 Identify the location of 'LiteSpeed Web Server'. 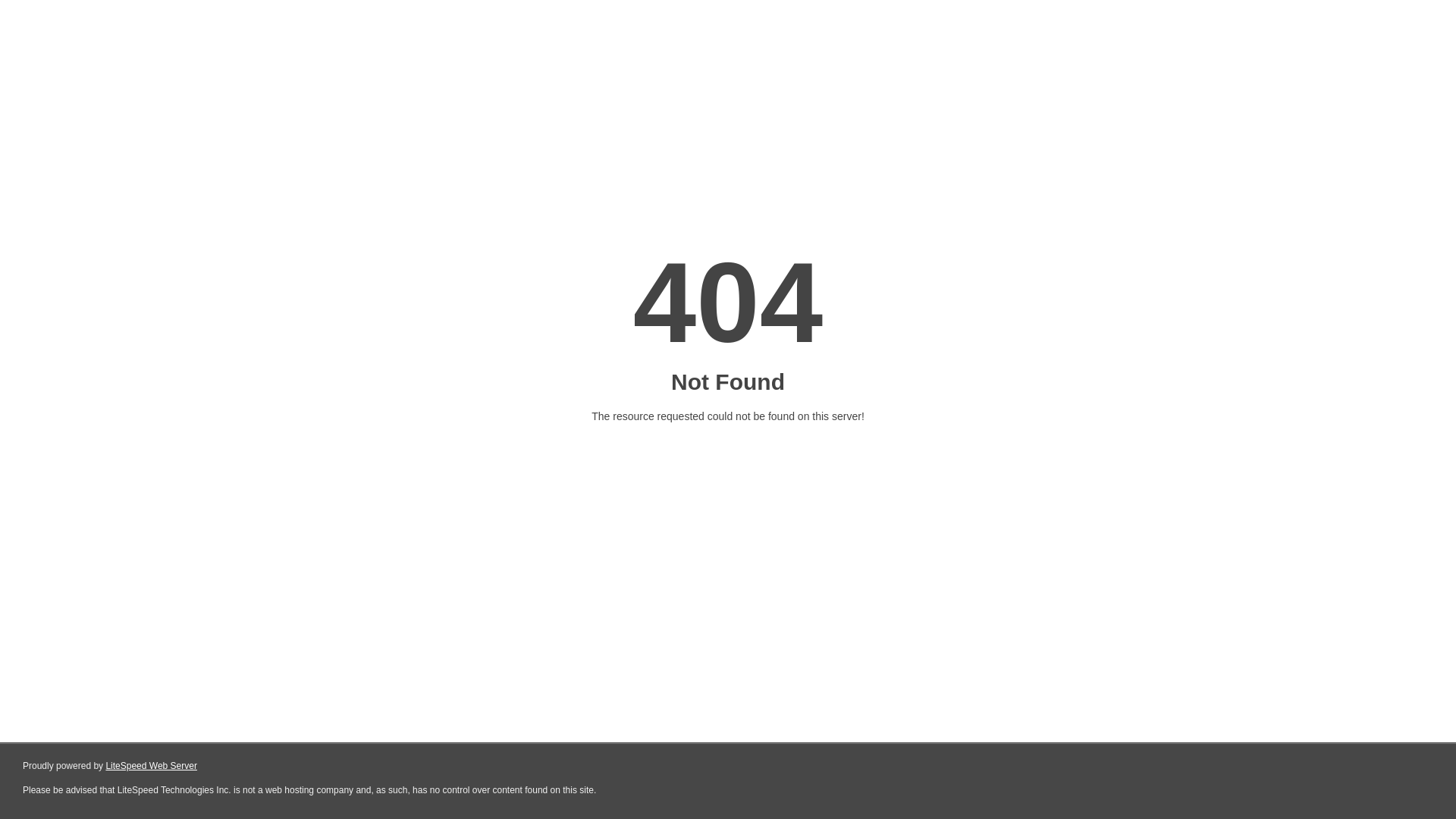
(151, 766).